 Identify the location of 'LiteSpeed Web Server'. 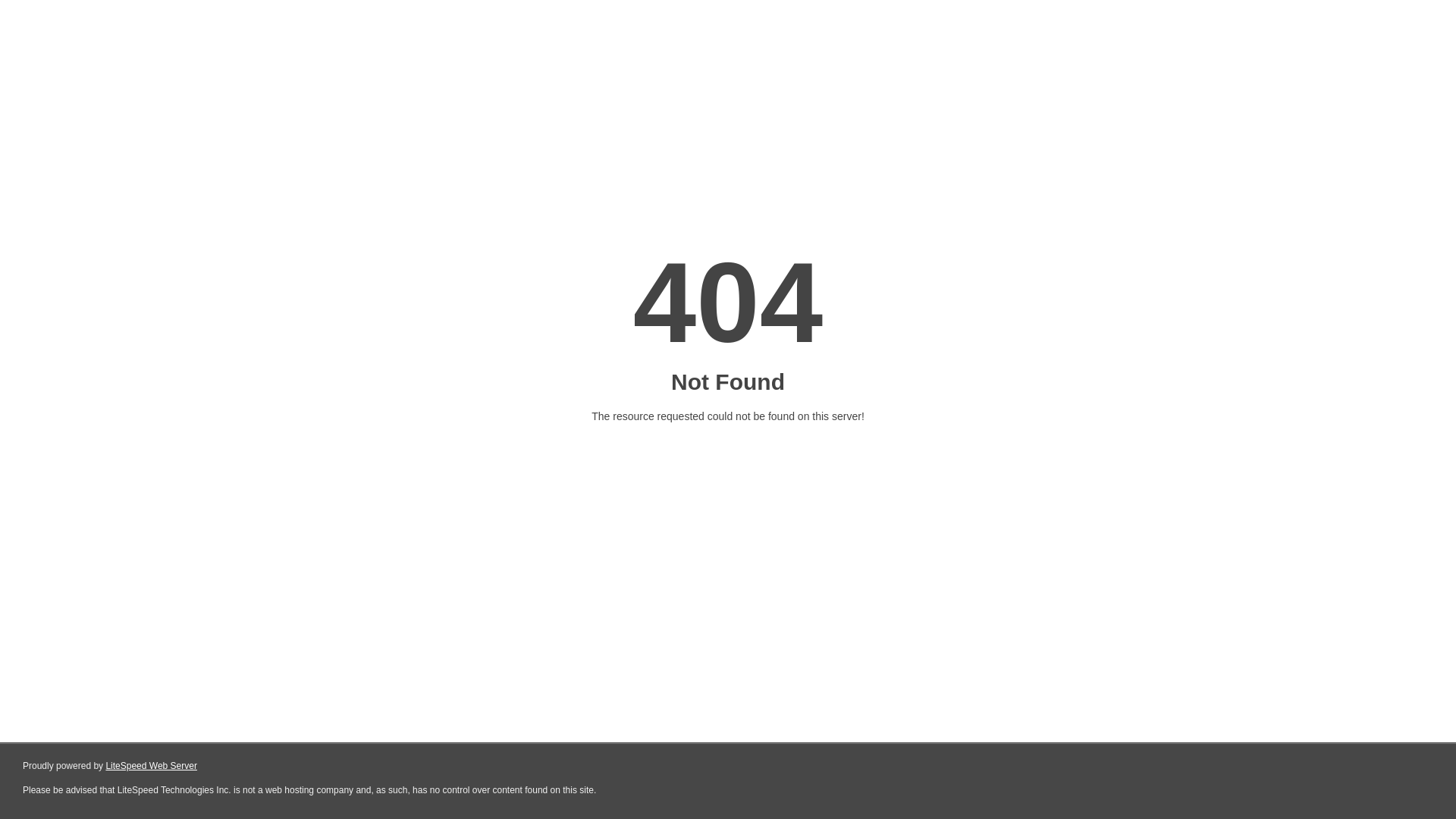
(151, 766).